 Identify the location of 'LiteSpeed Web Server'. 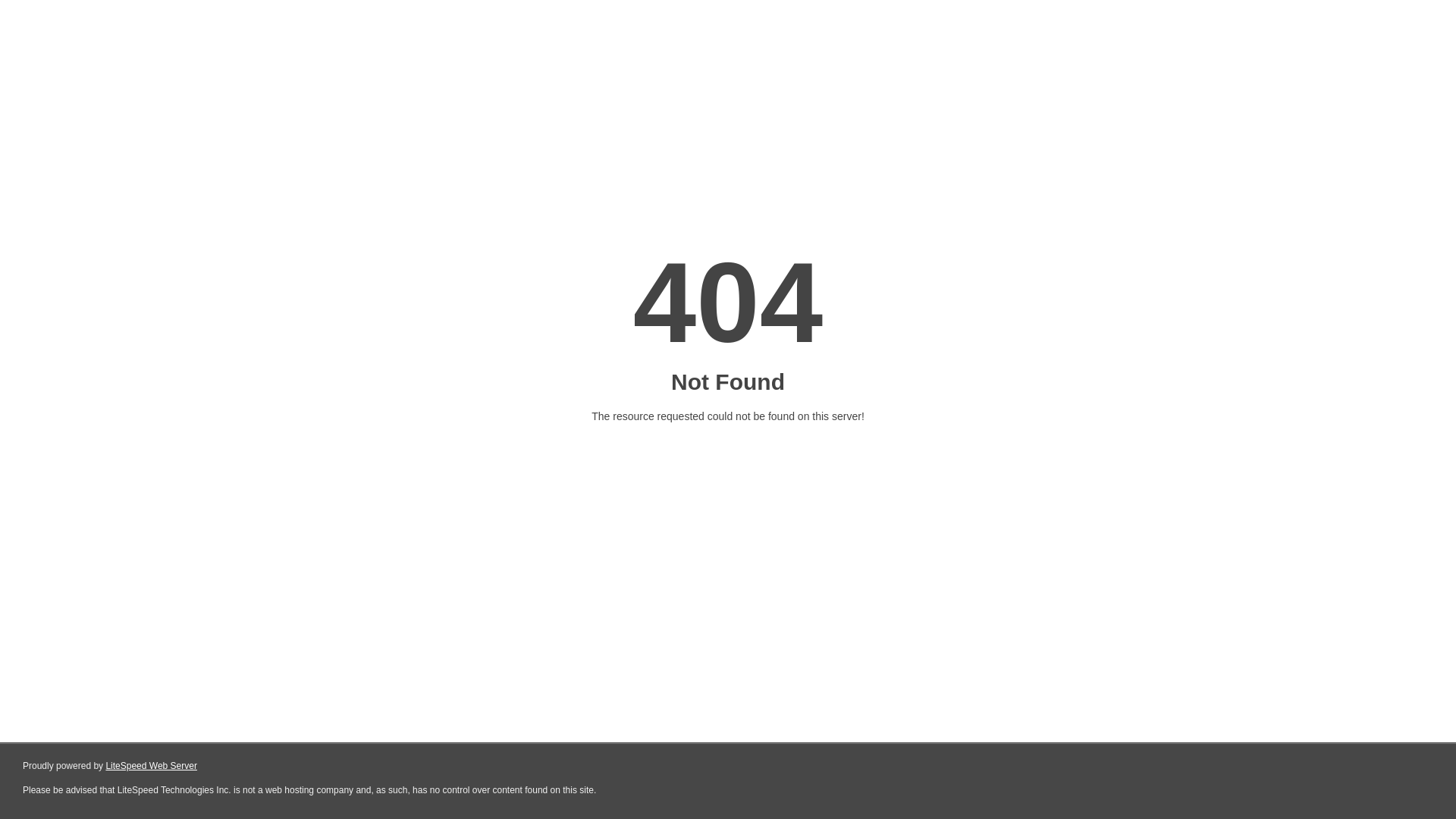
(151, 766).